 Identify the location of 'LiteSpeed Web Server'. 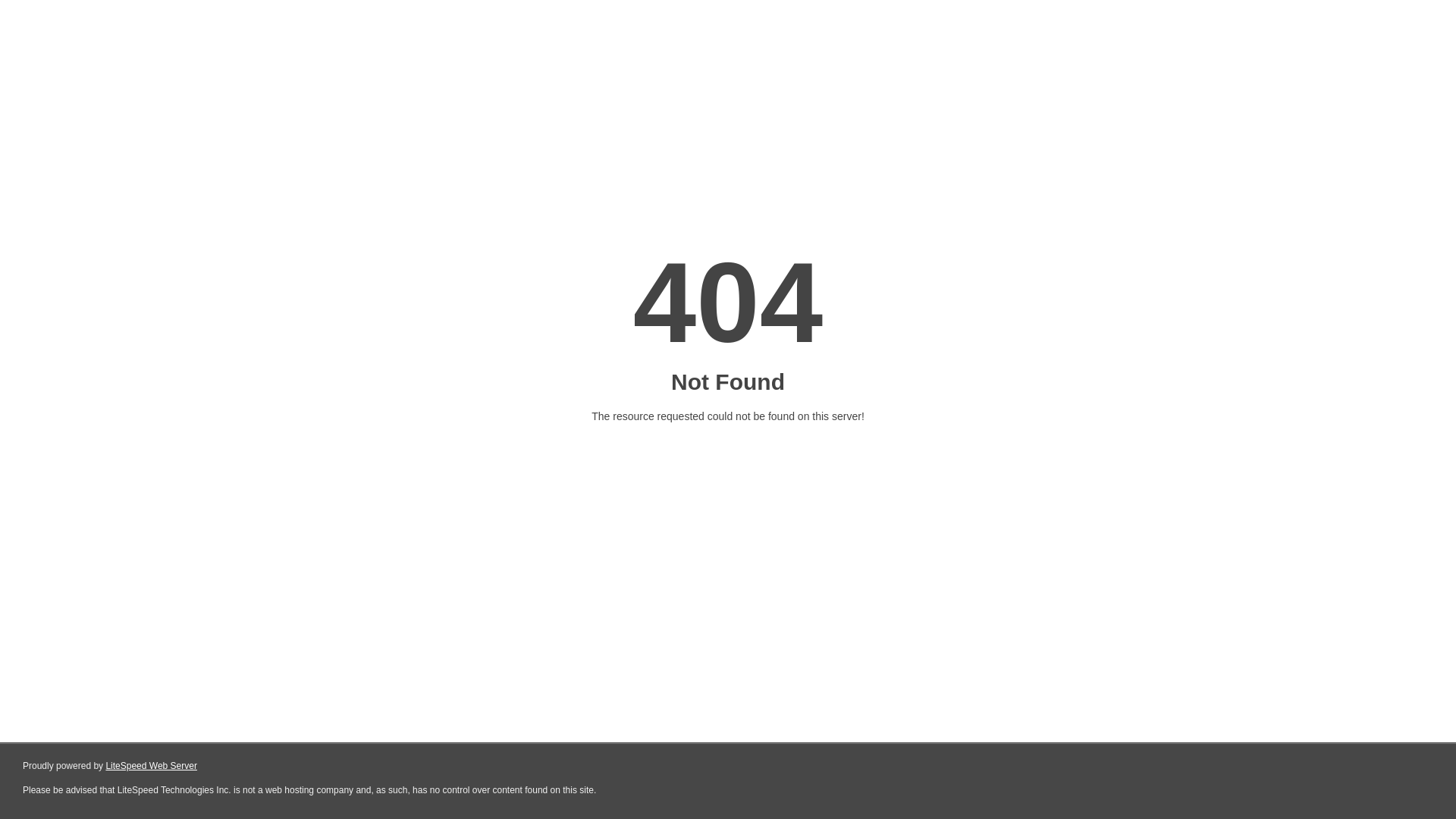
(151, 766).